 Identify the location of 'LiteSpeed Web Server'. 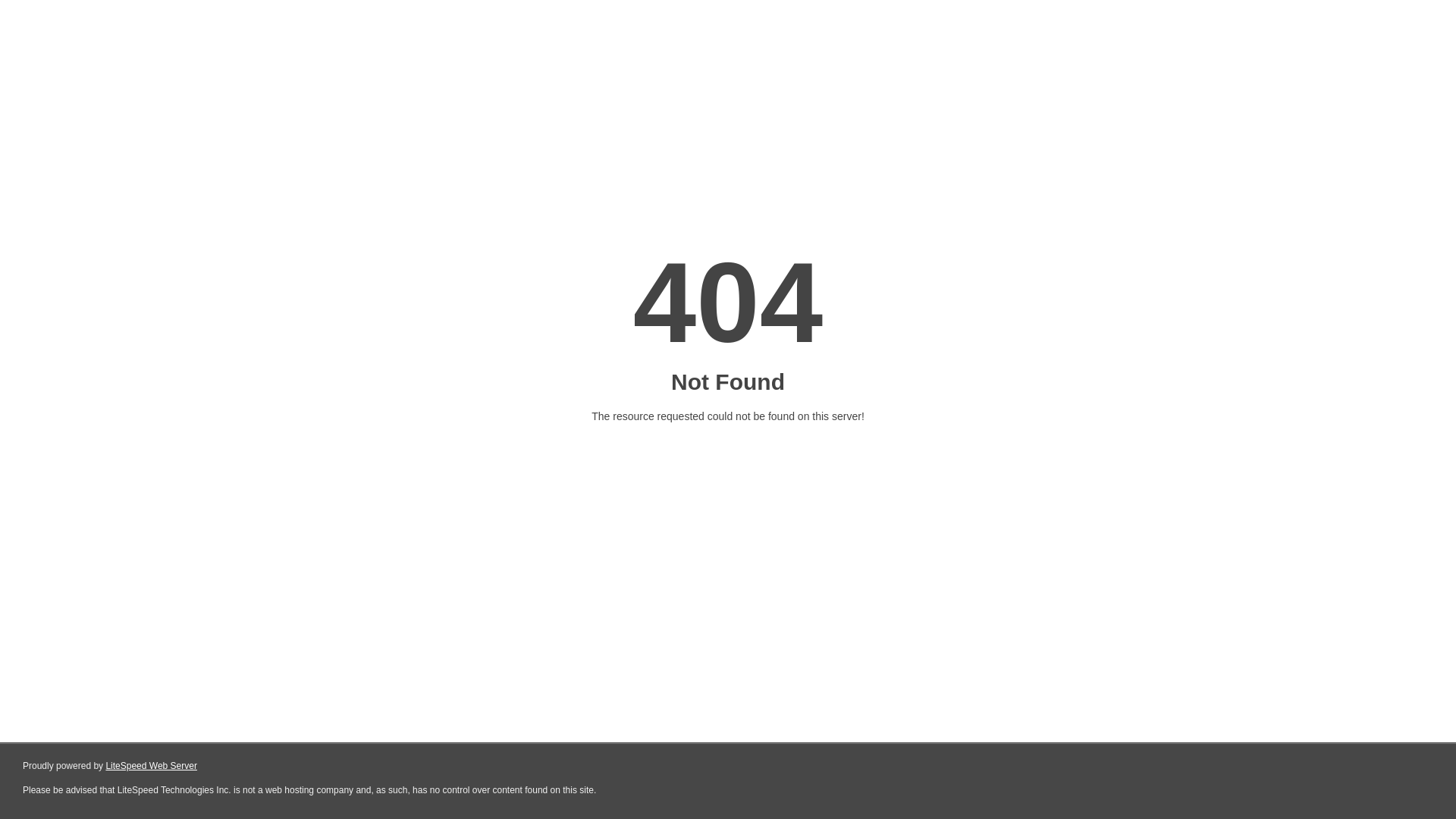
(151, 766).